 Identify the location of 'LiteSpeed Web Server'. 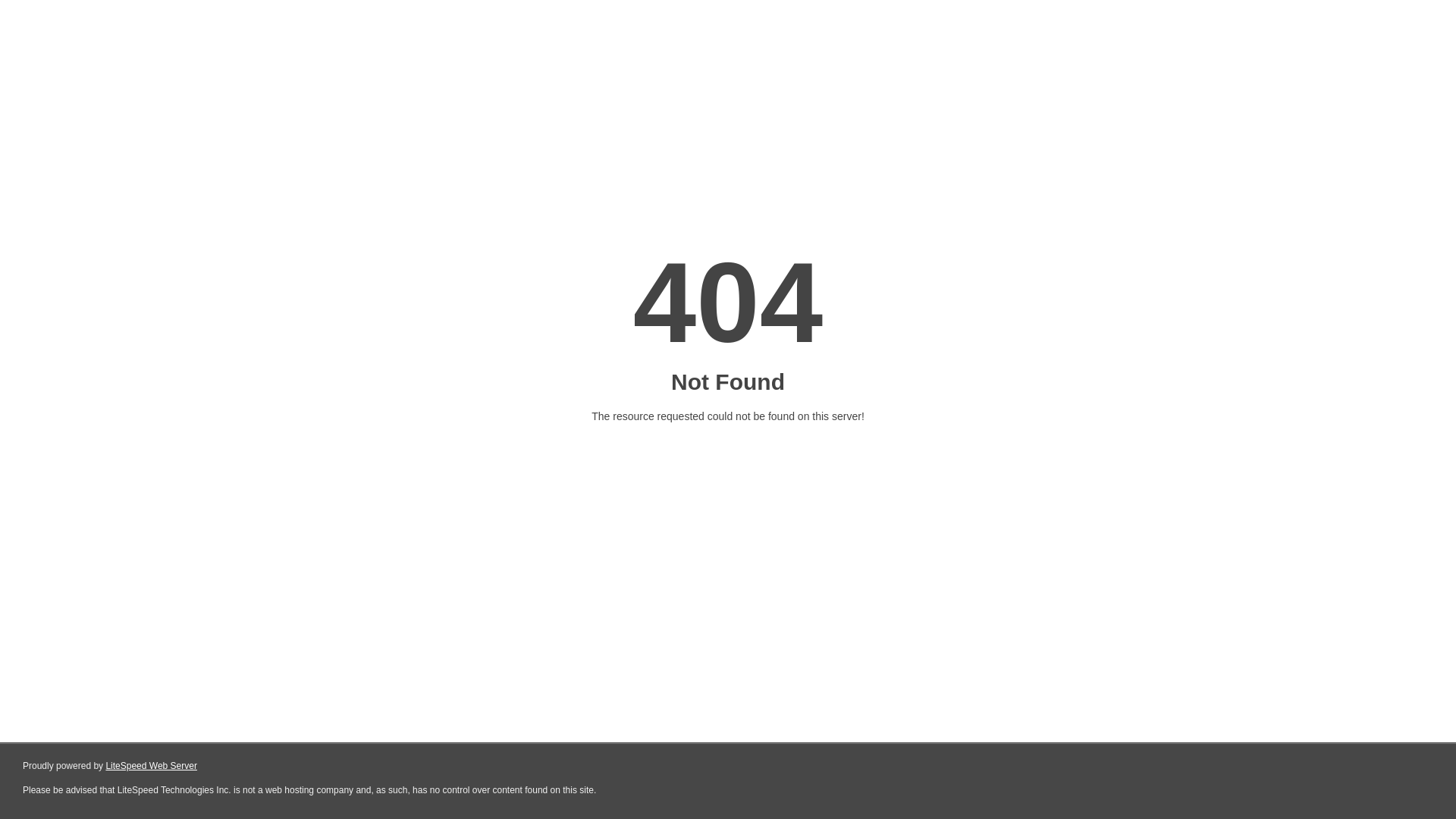
(151, 766).